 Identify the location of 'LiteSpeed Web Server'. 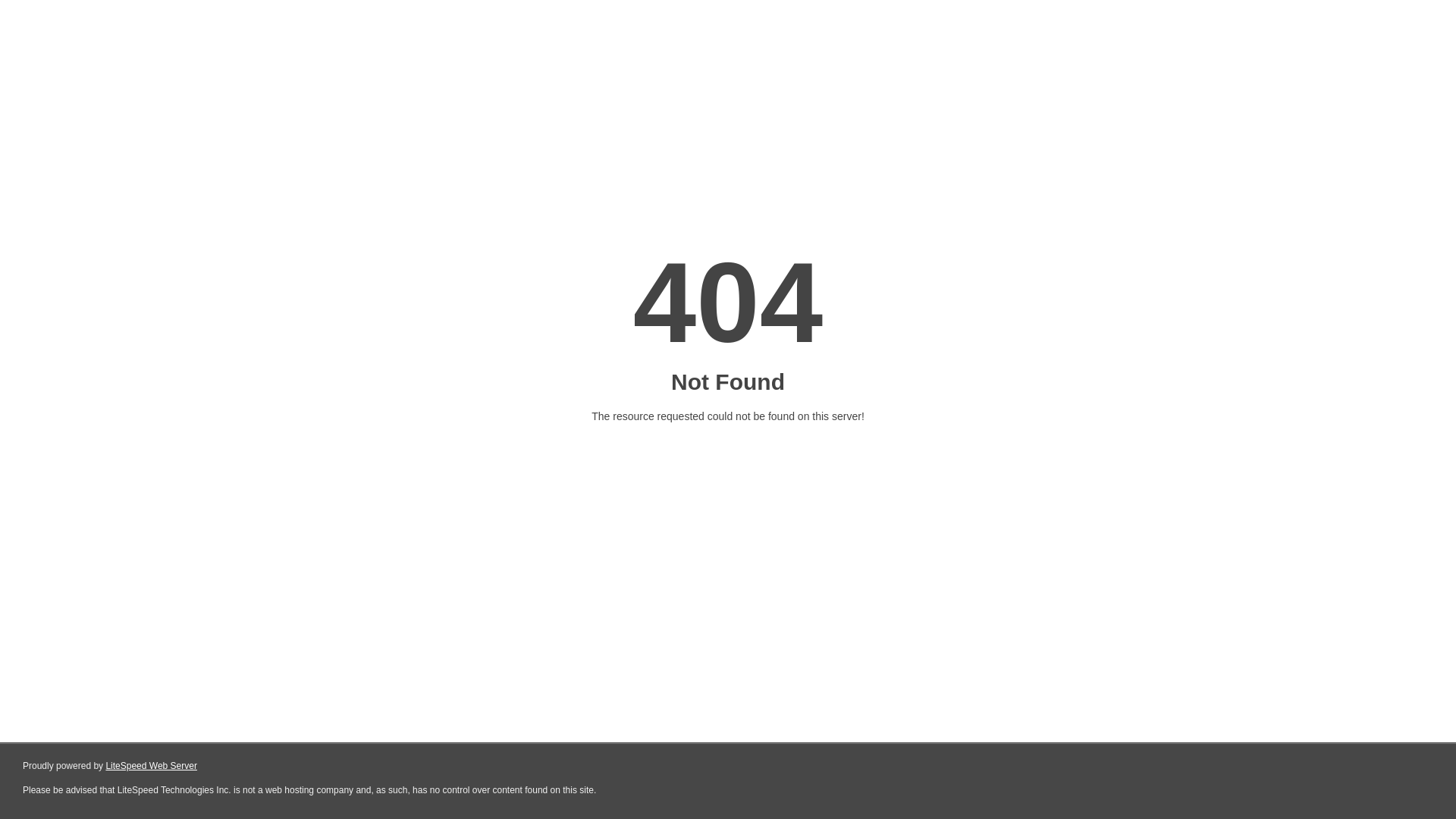
(151, 766).